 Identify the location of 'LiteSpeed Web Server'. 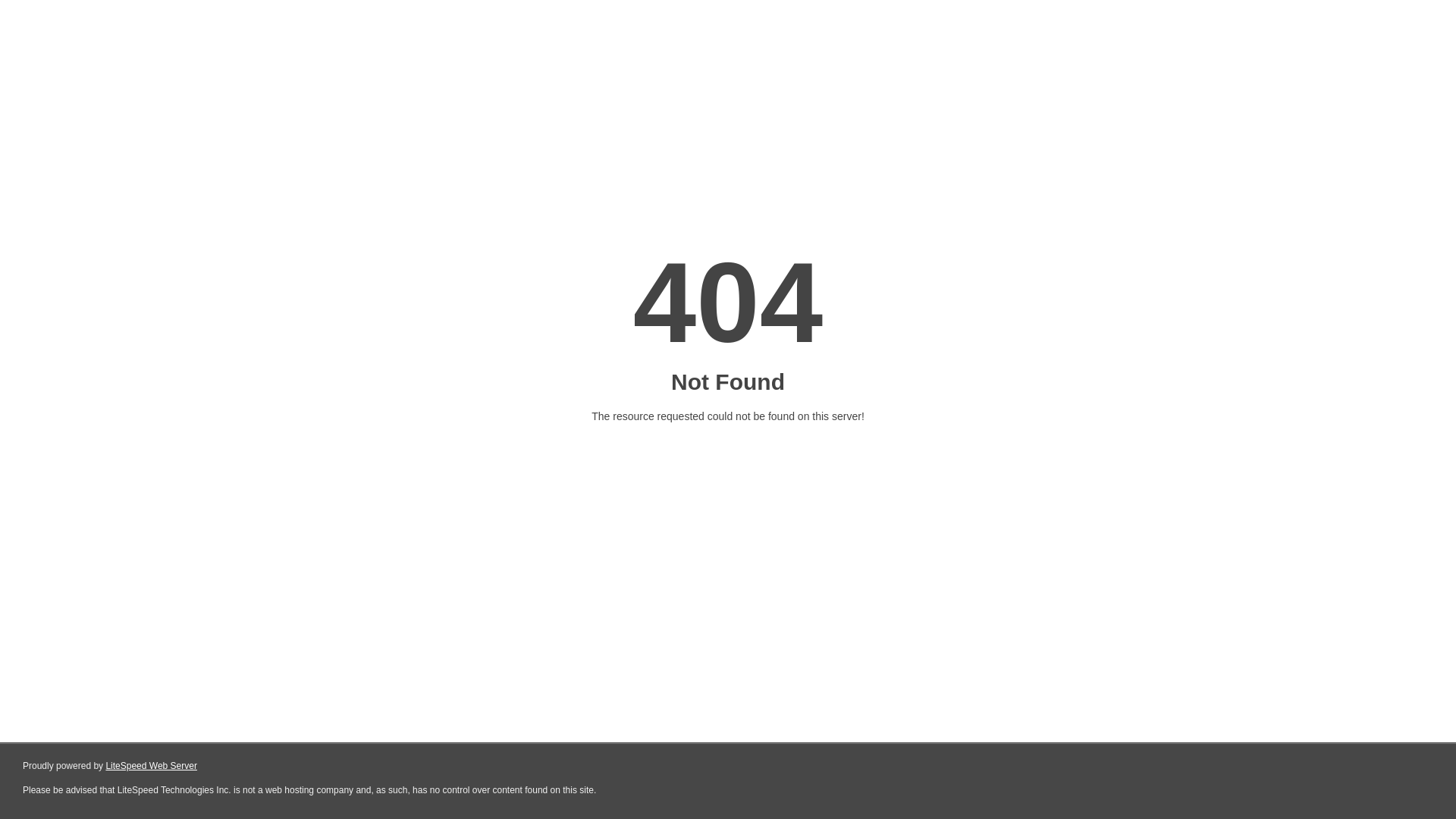
(151, 766).